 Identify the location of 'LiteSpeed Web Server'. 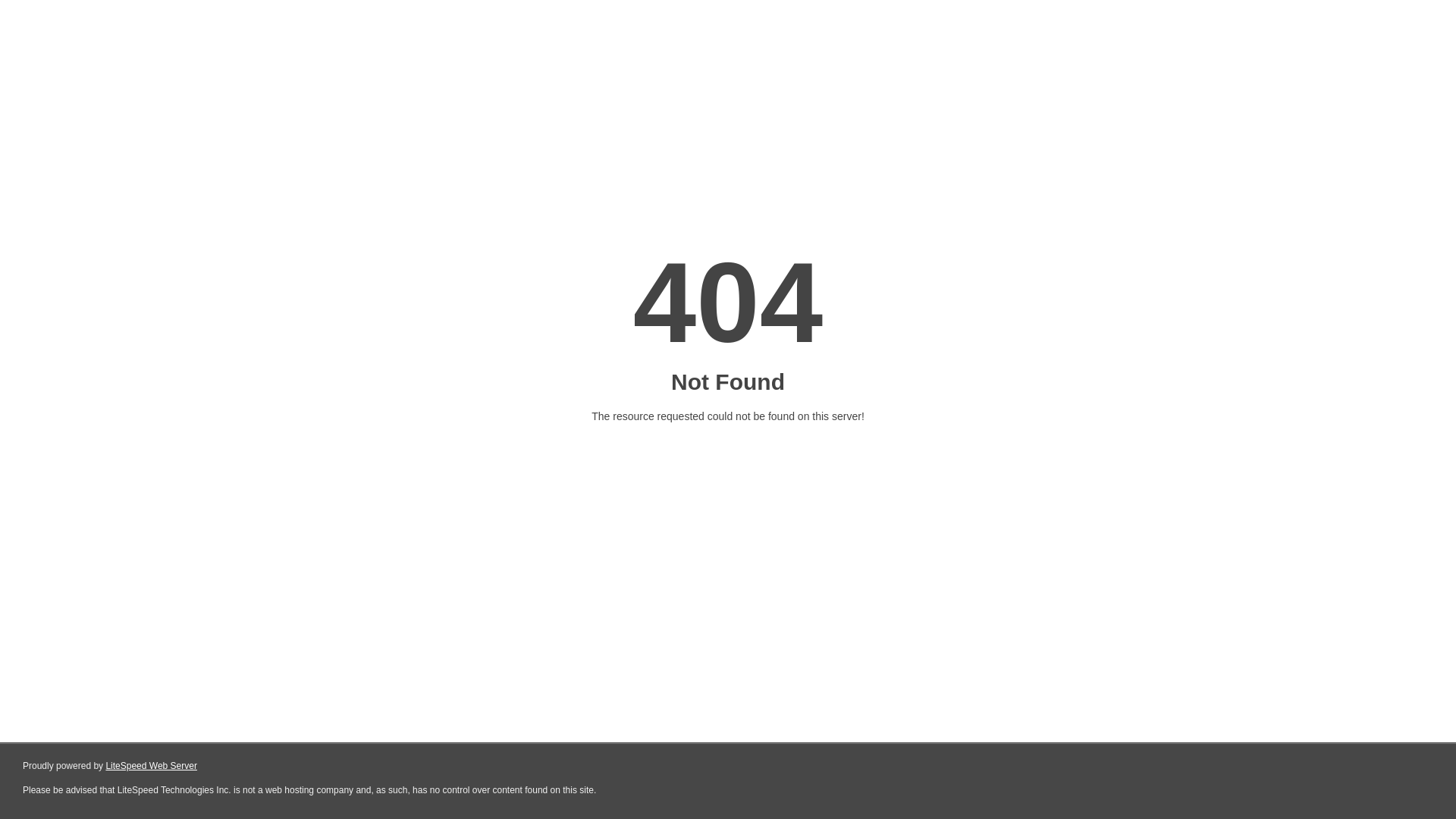
(151, 766).